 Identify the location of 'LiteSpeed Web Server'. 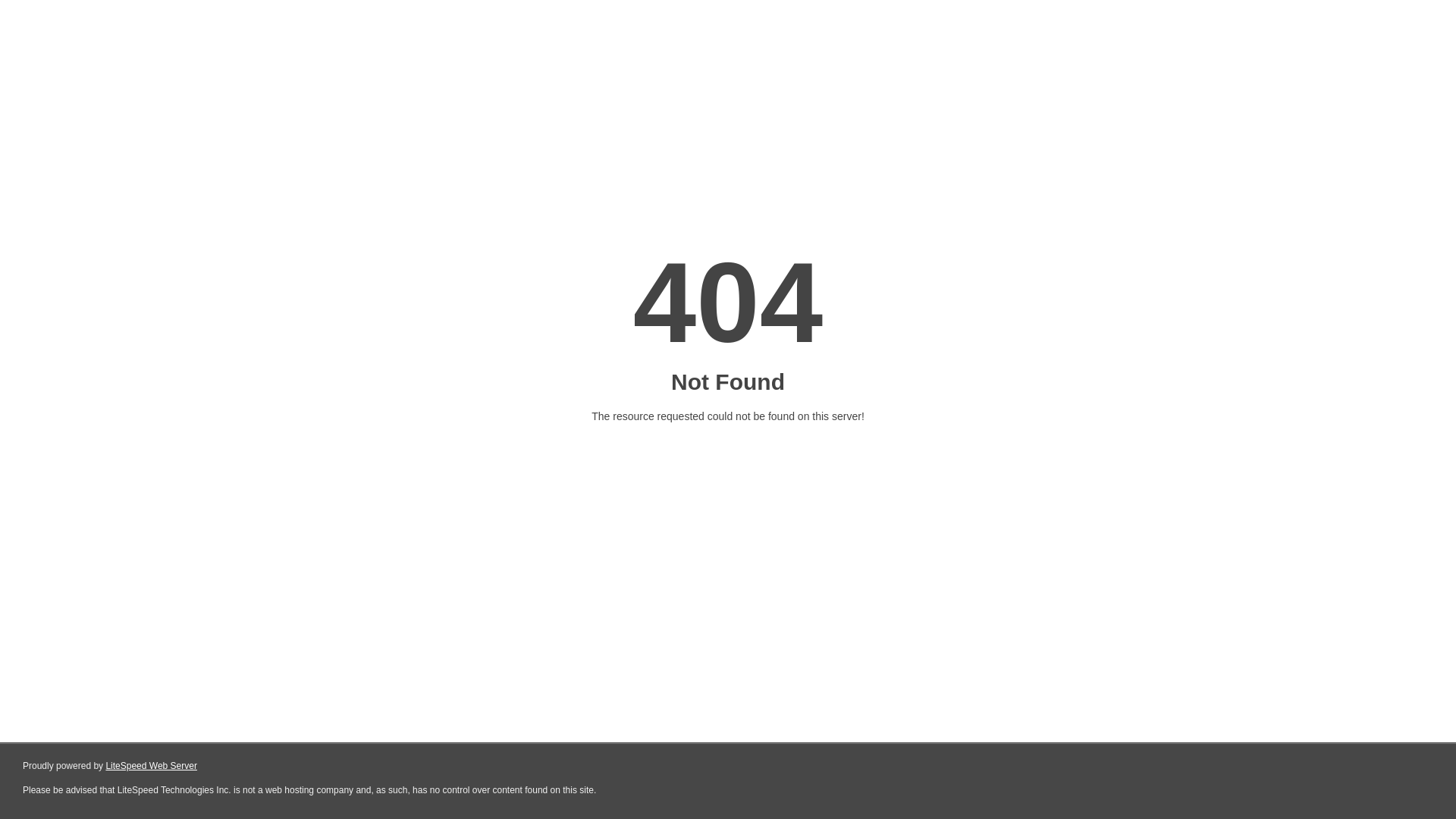
(151, 766).